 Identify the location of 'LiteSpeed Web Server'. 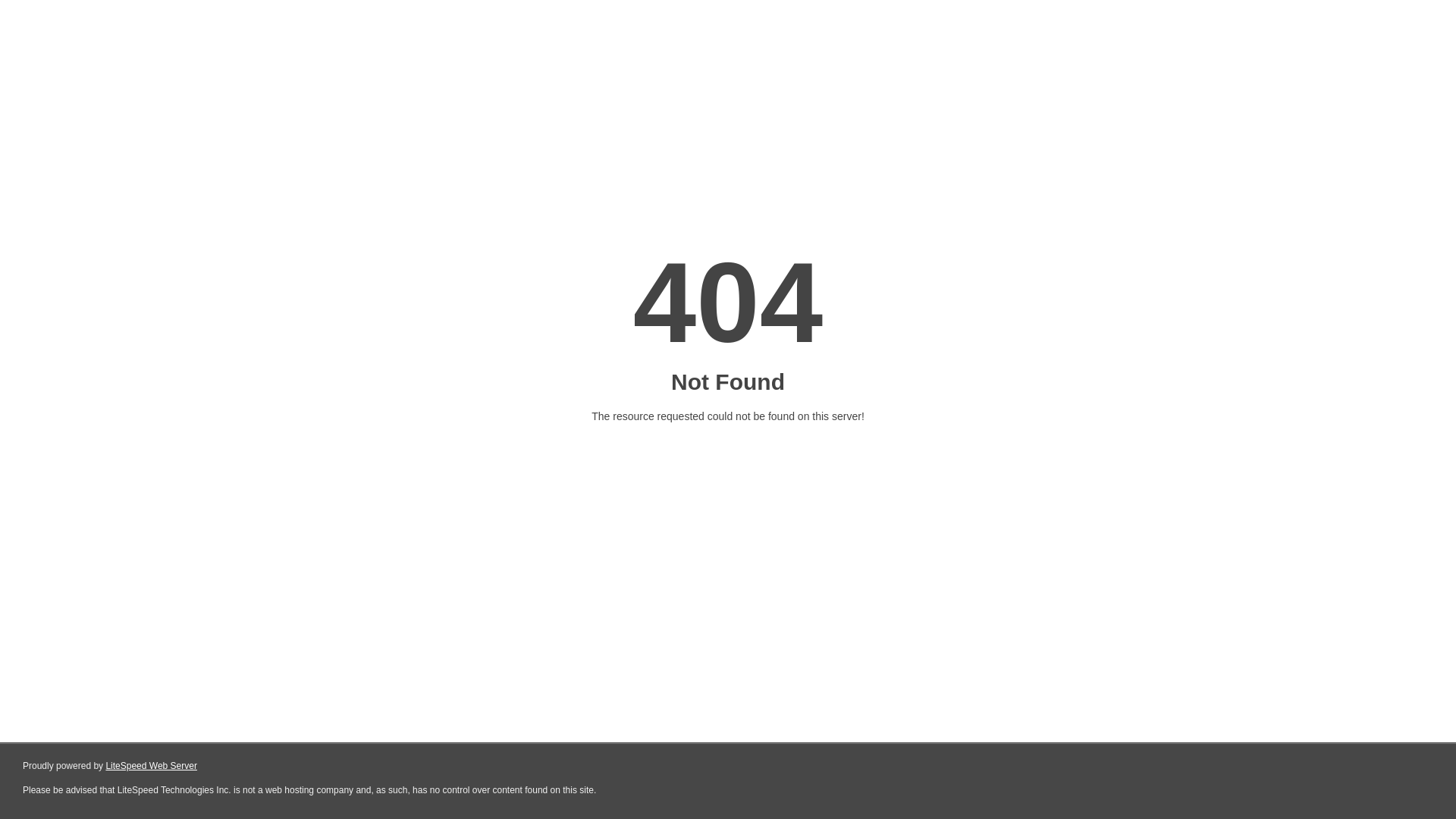
(151, 766).